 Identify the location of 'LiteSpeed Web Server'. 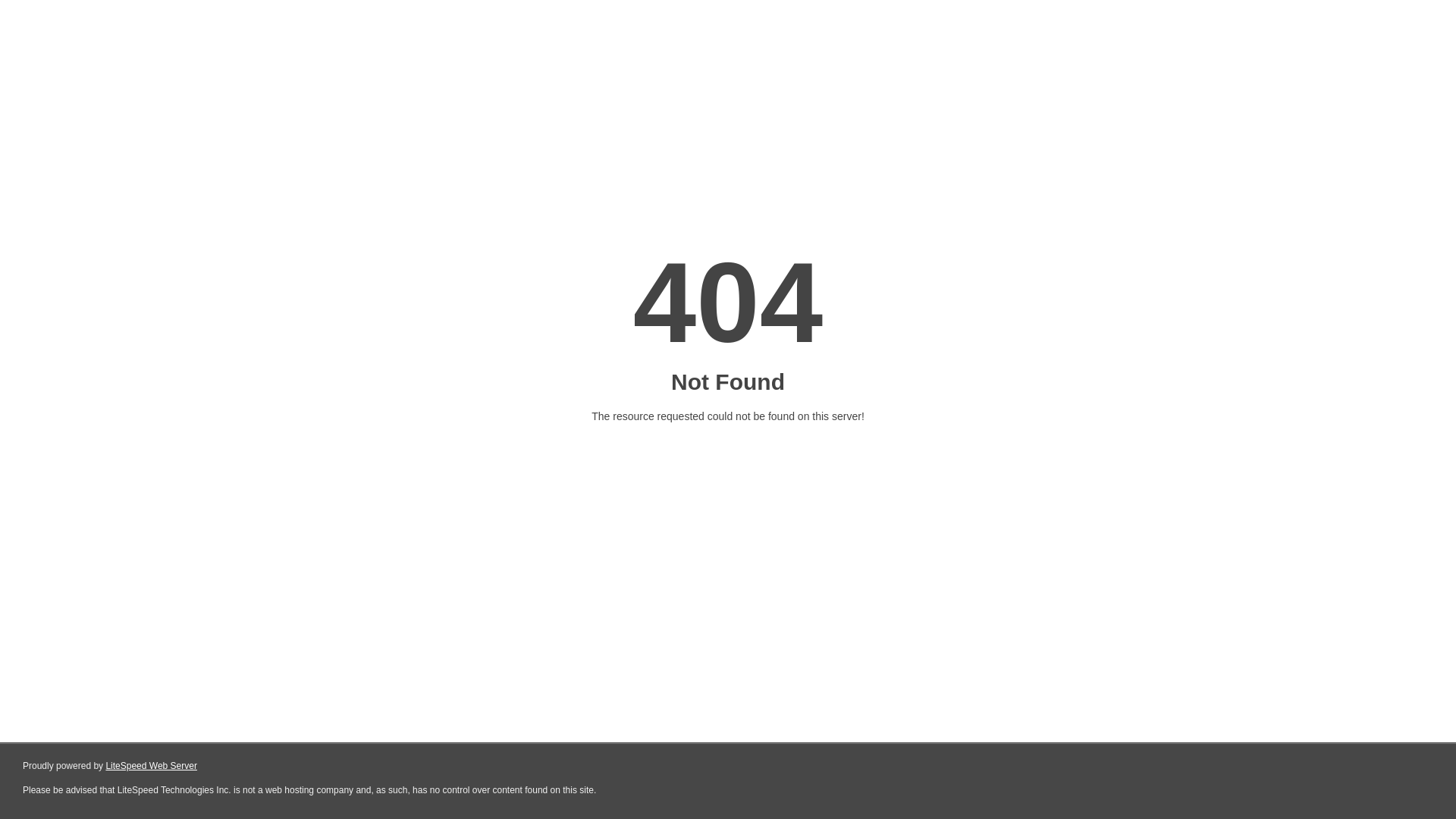
(151, 766).